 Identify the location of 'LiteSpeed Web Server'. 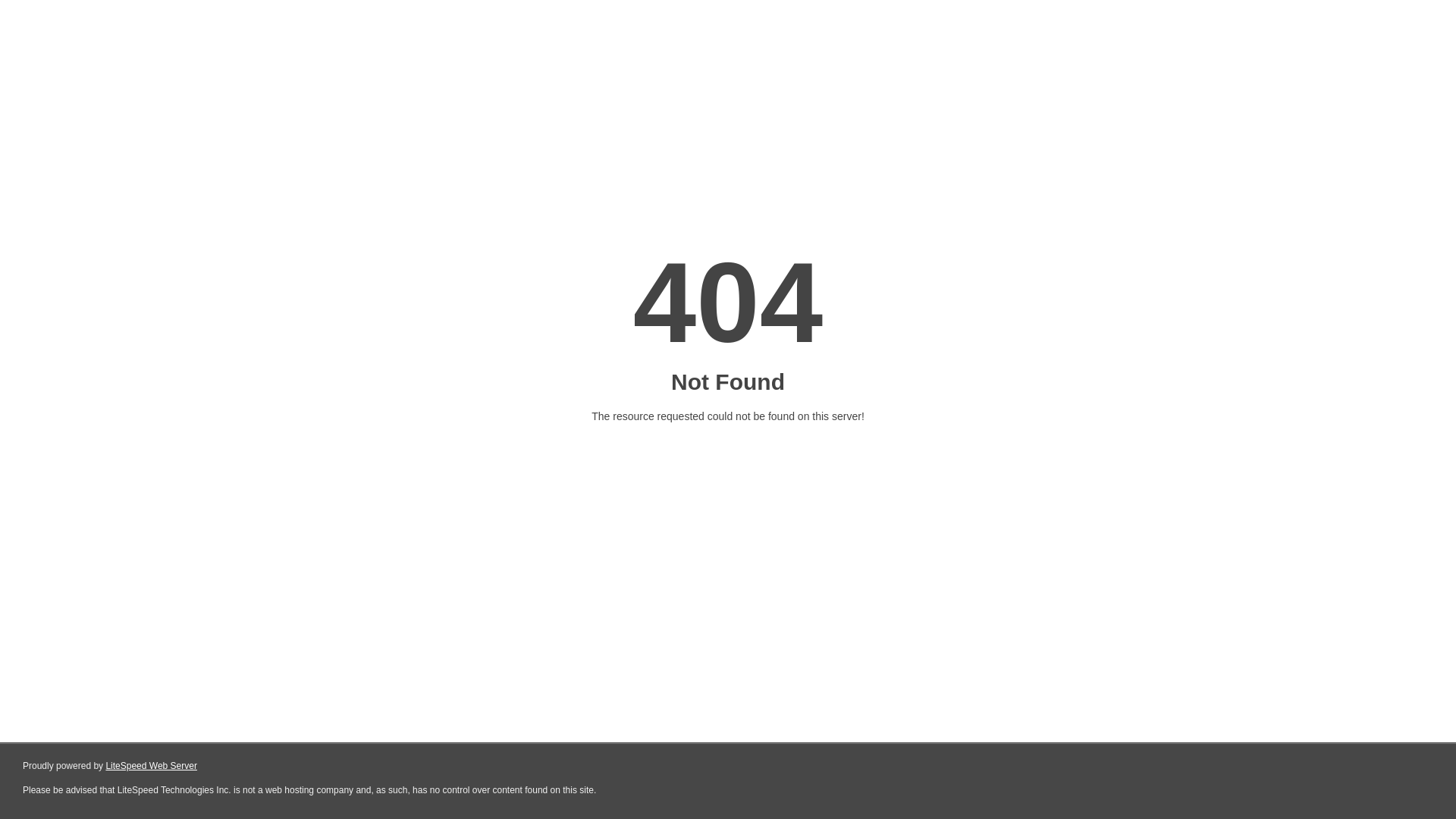
(151, 766).